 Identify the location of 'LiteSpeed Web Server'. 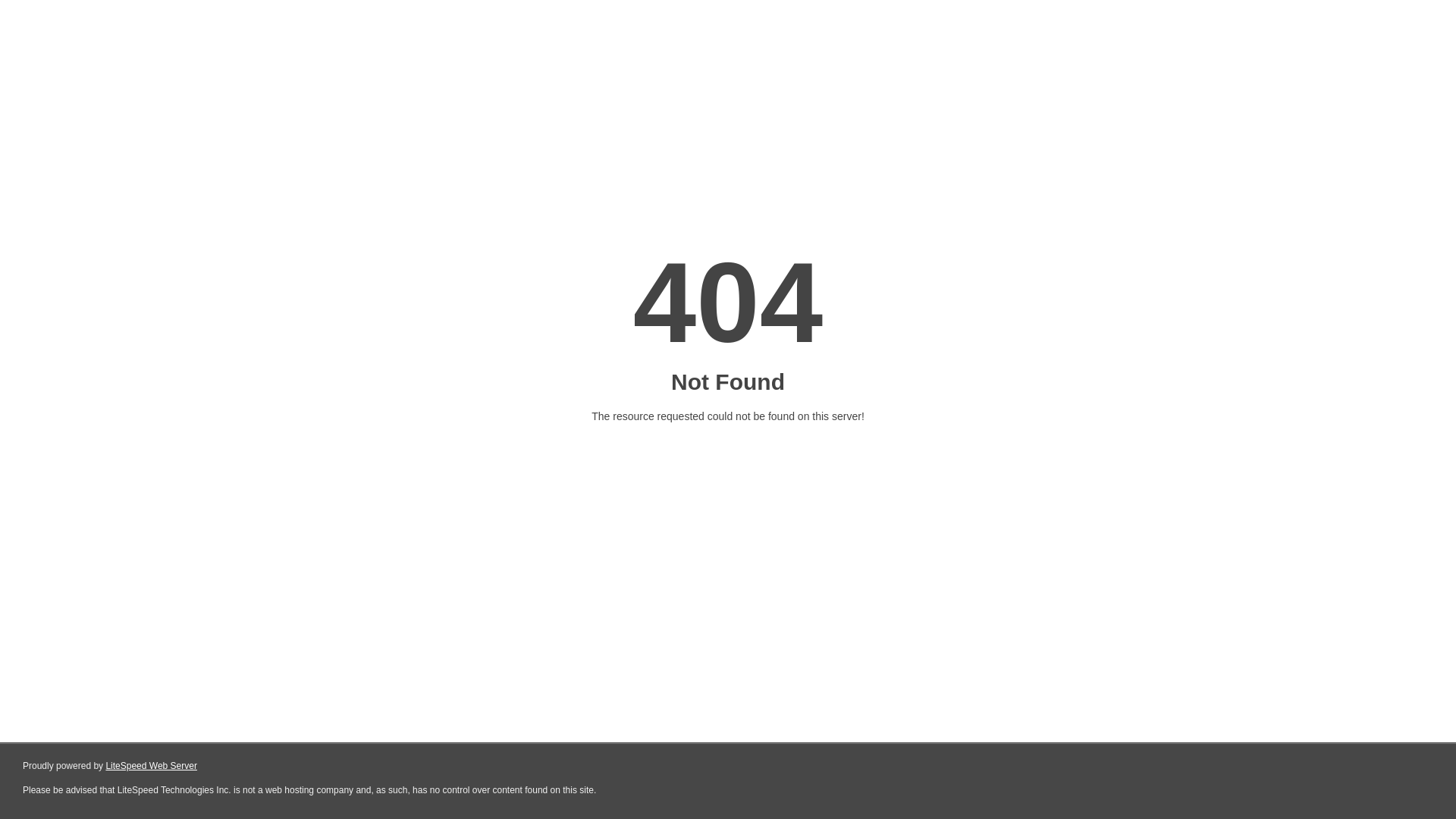
(151, 766).